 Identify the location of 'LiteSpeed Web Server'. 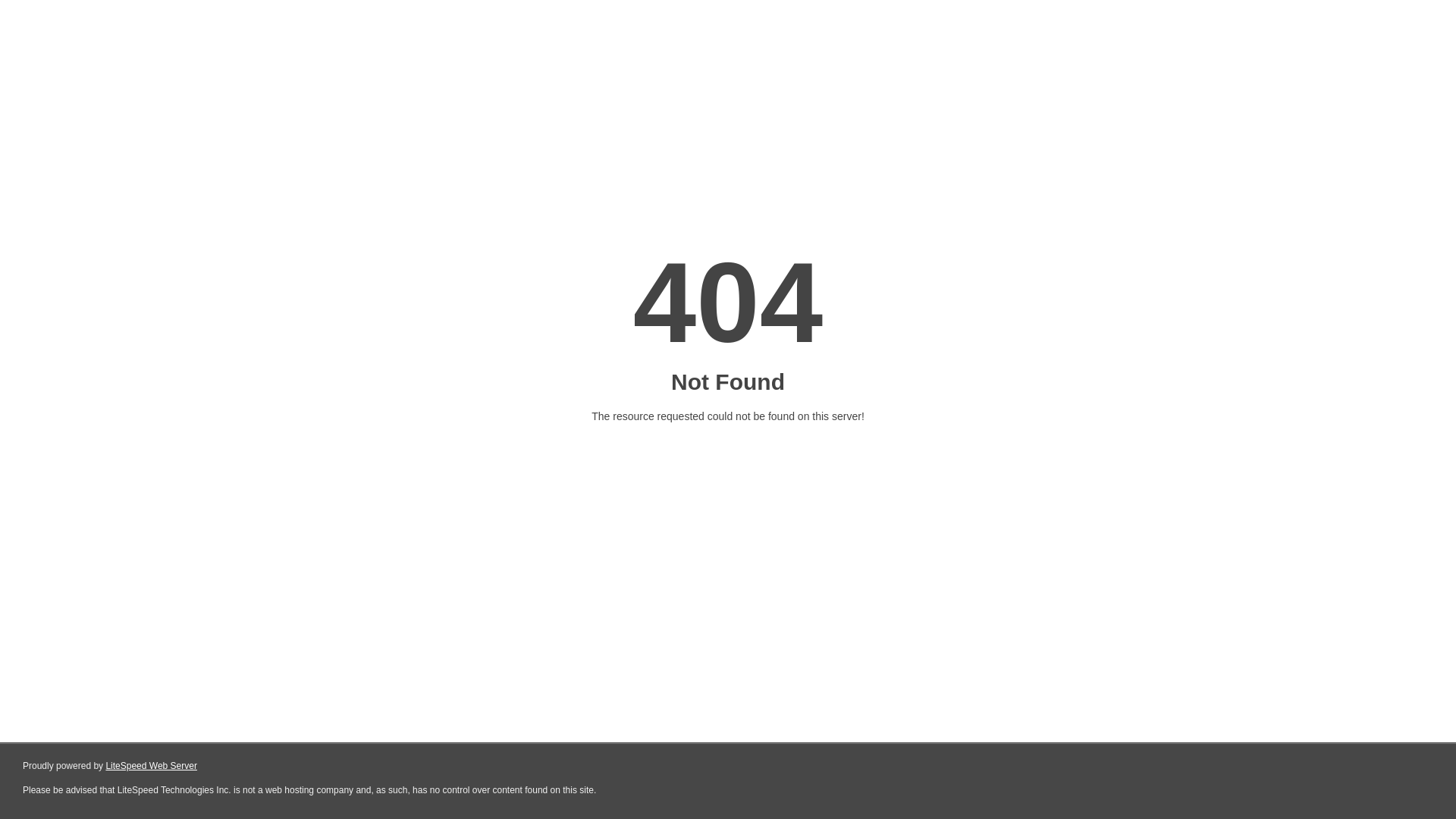
(151, 766).